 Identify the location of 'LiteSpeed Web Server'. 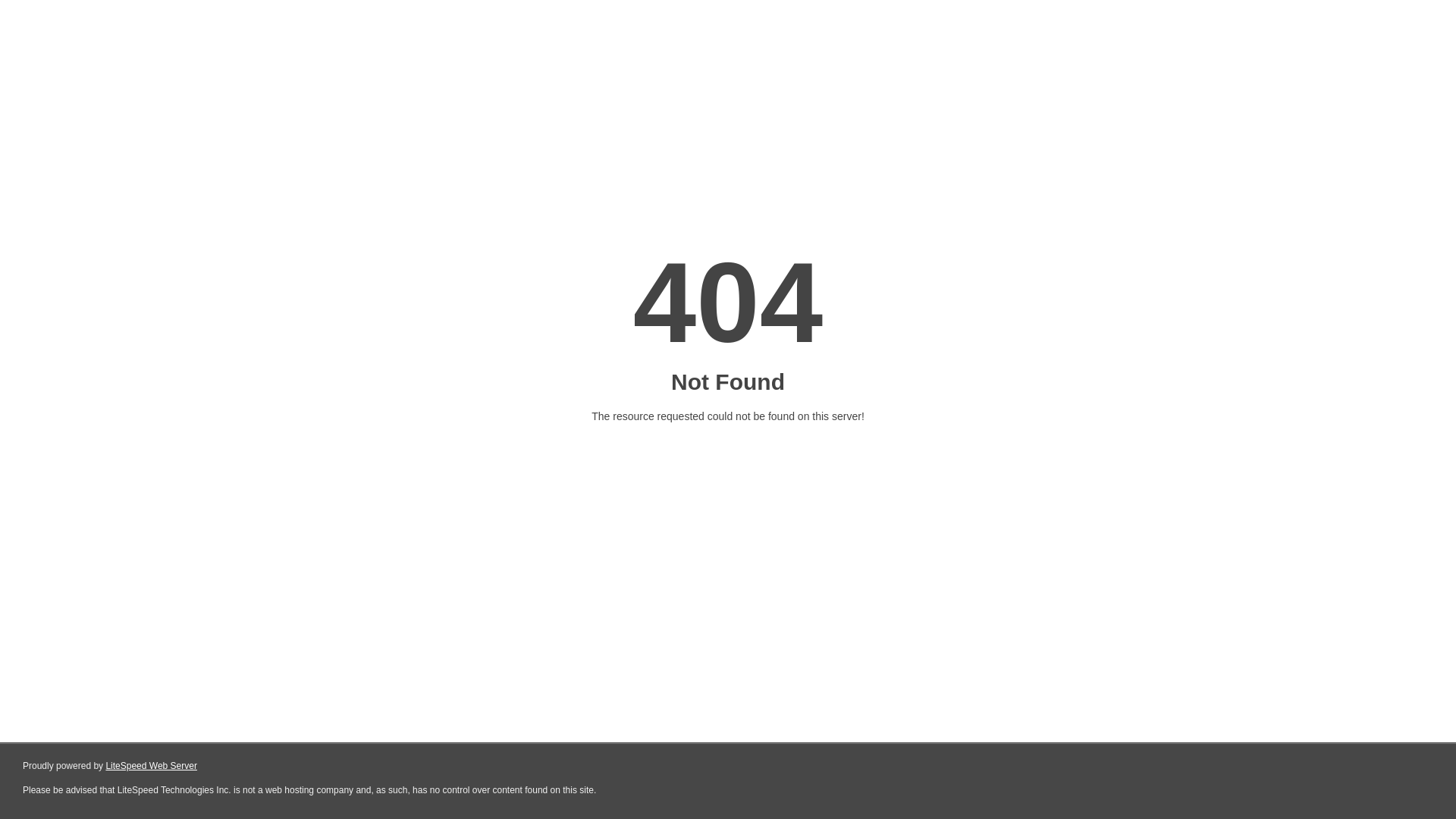
(151, 766).